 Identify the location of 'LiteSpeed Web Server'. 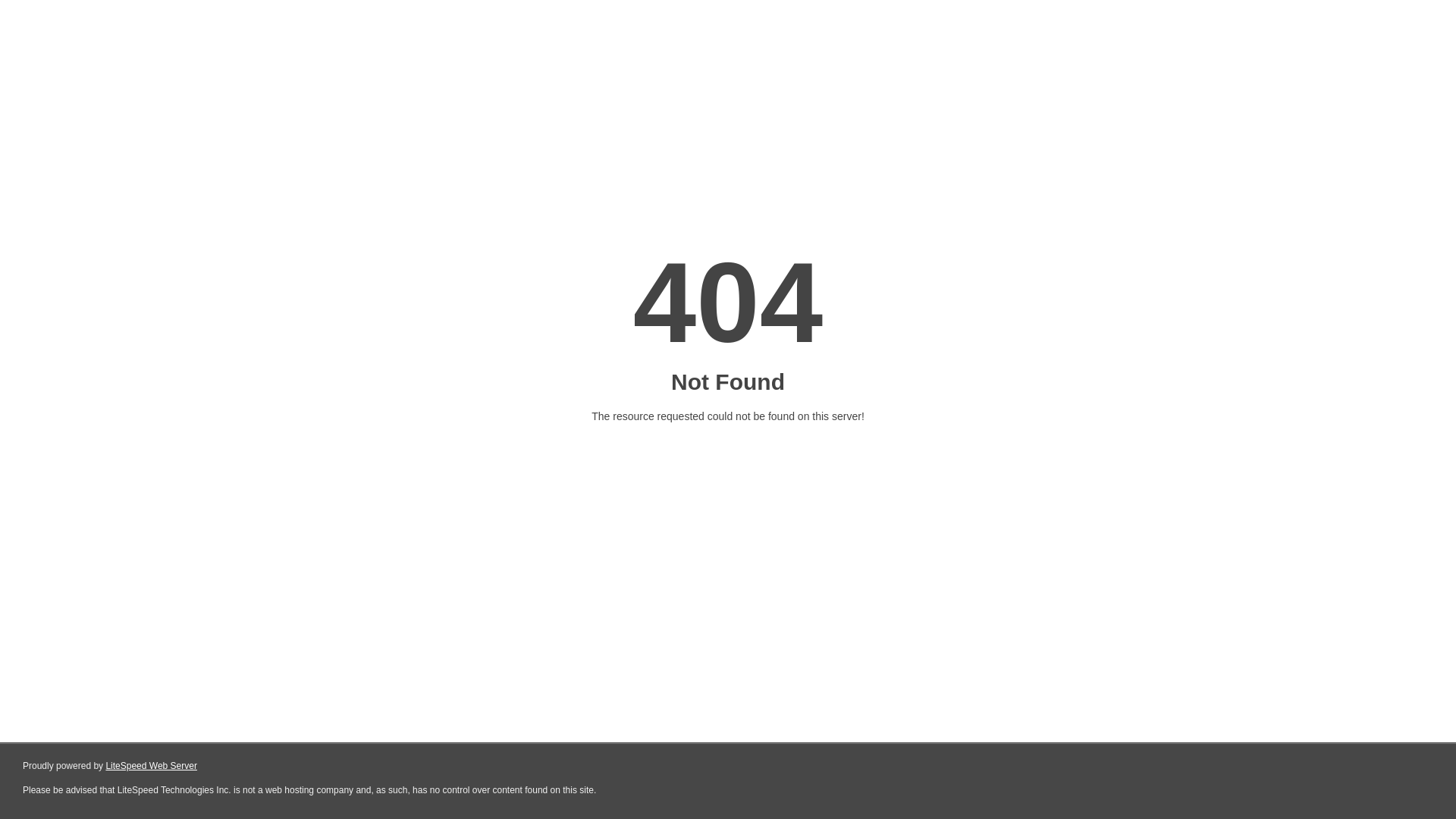
(151, 766).